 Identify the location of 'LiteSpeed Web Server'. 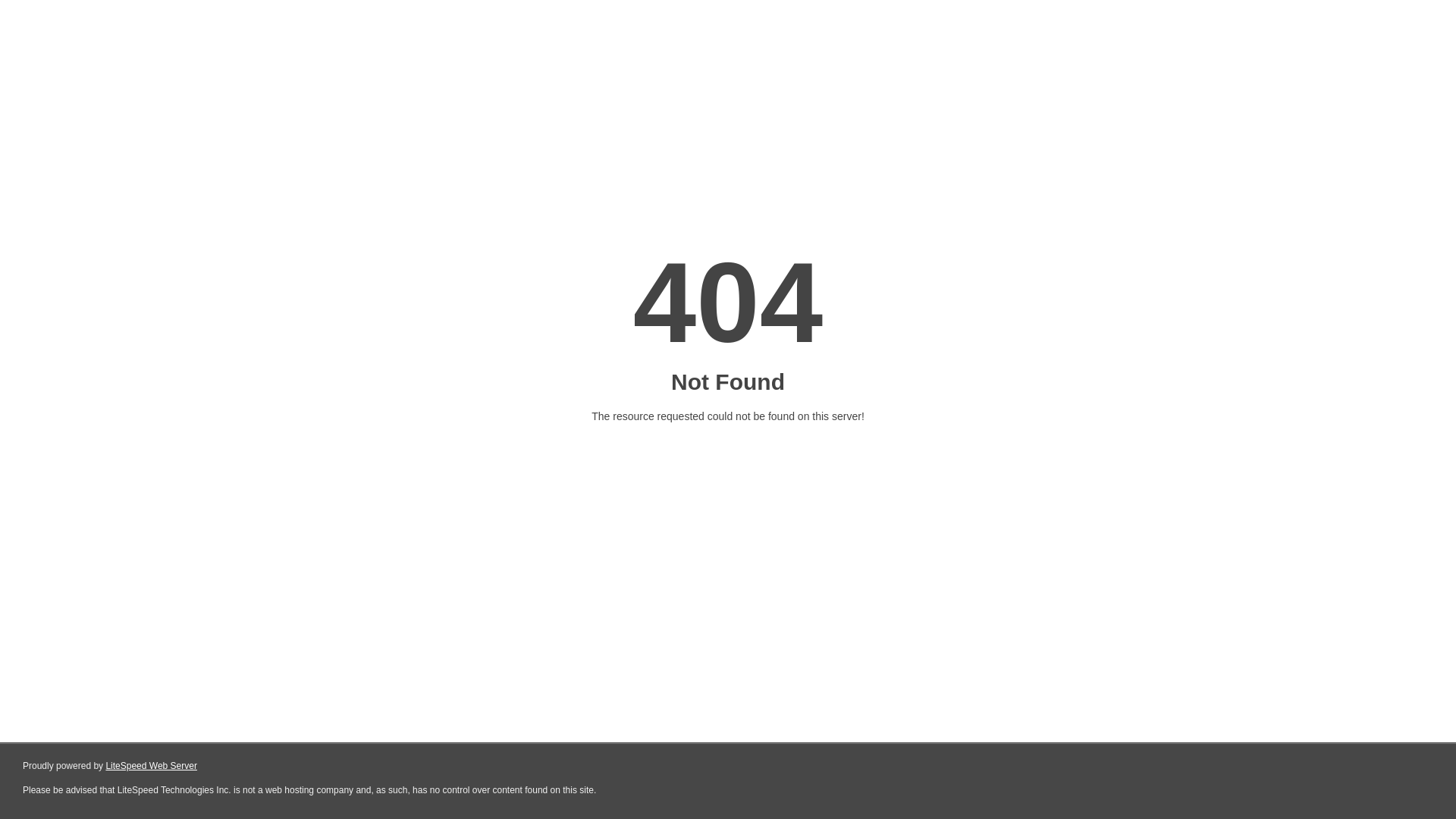
(151, 766).